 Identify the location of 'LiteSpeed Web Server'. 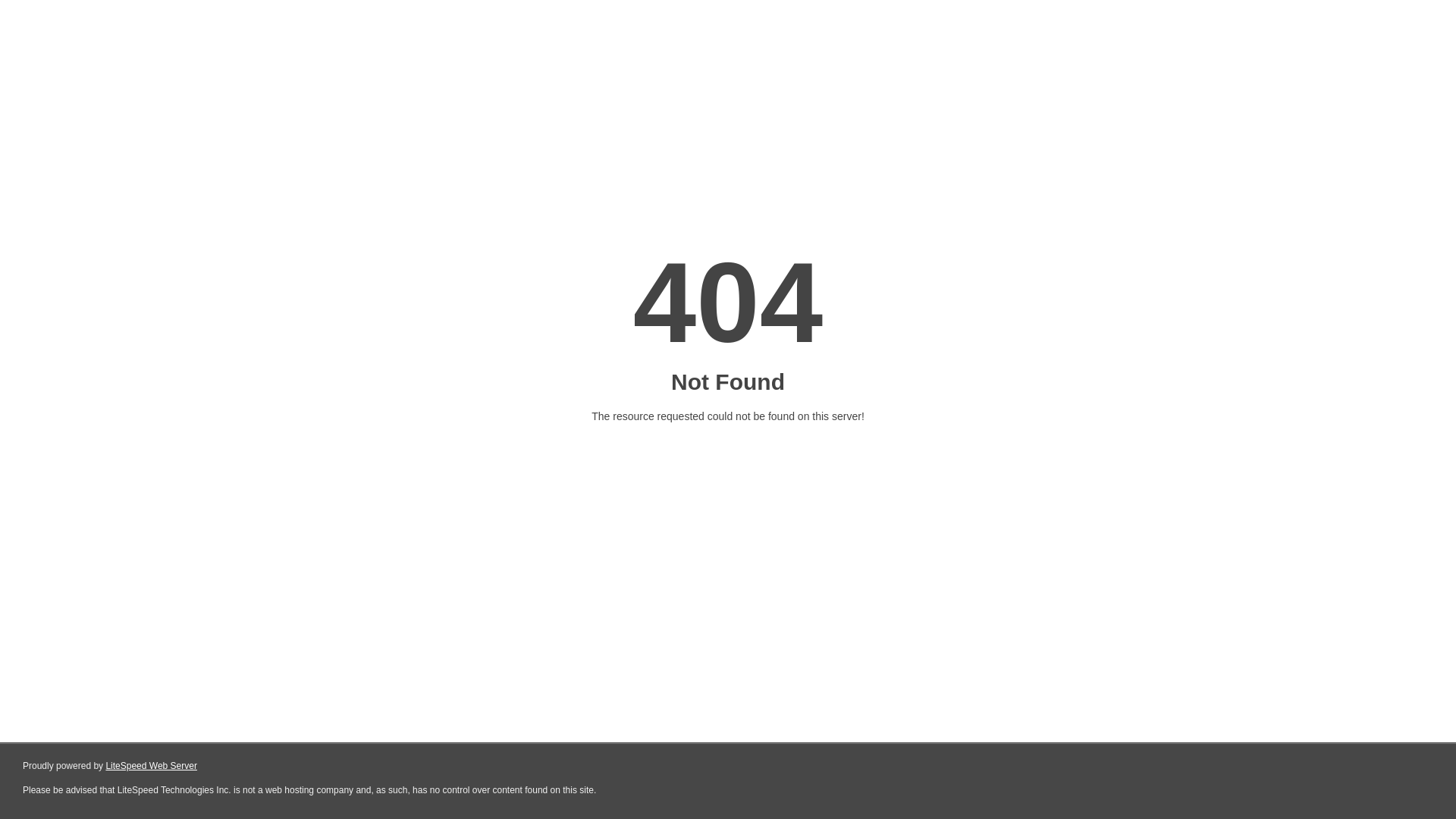
(151, 766).